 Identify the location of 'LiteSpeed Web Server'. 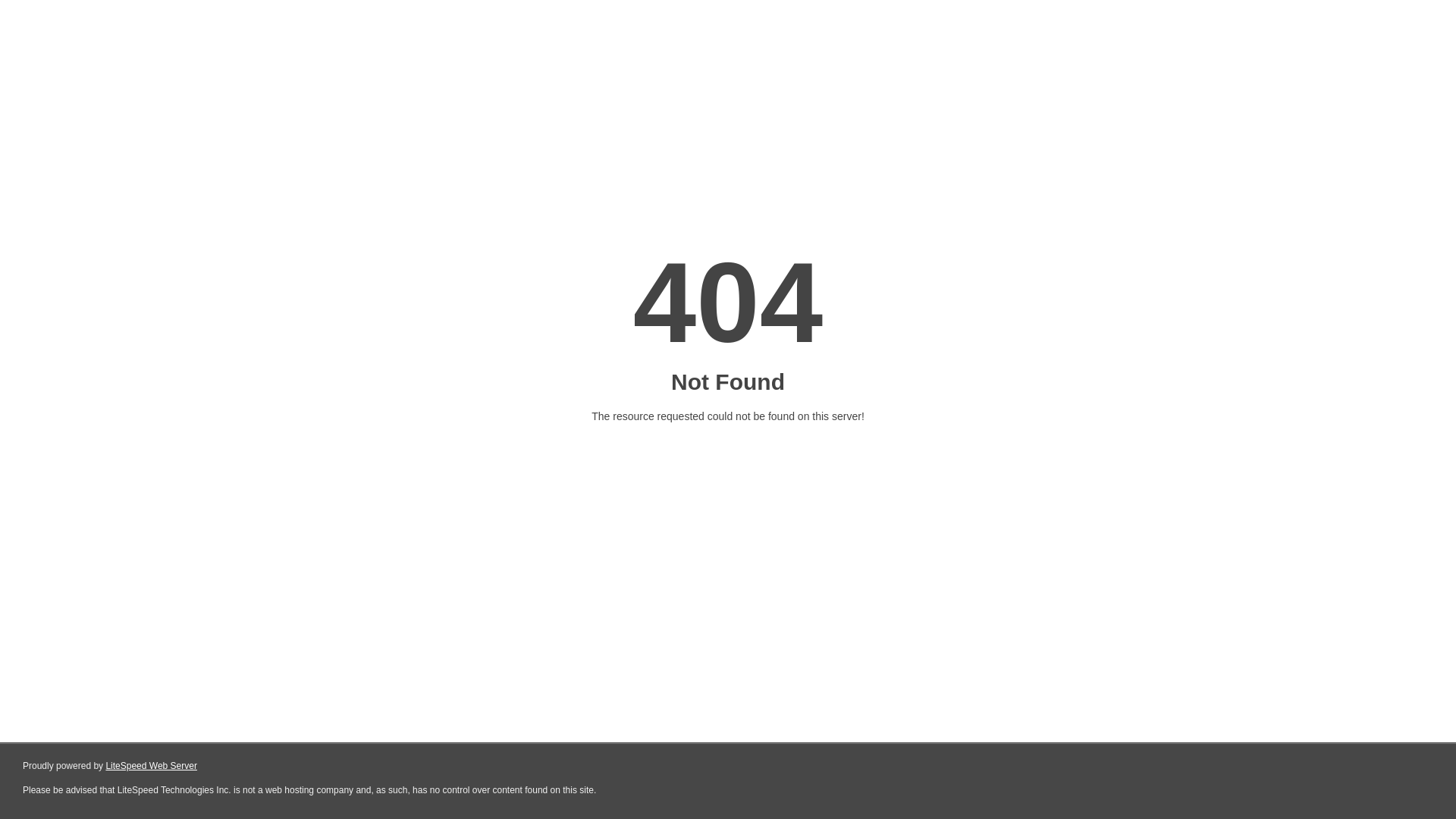
(151, 766).